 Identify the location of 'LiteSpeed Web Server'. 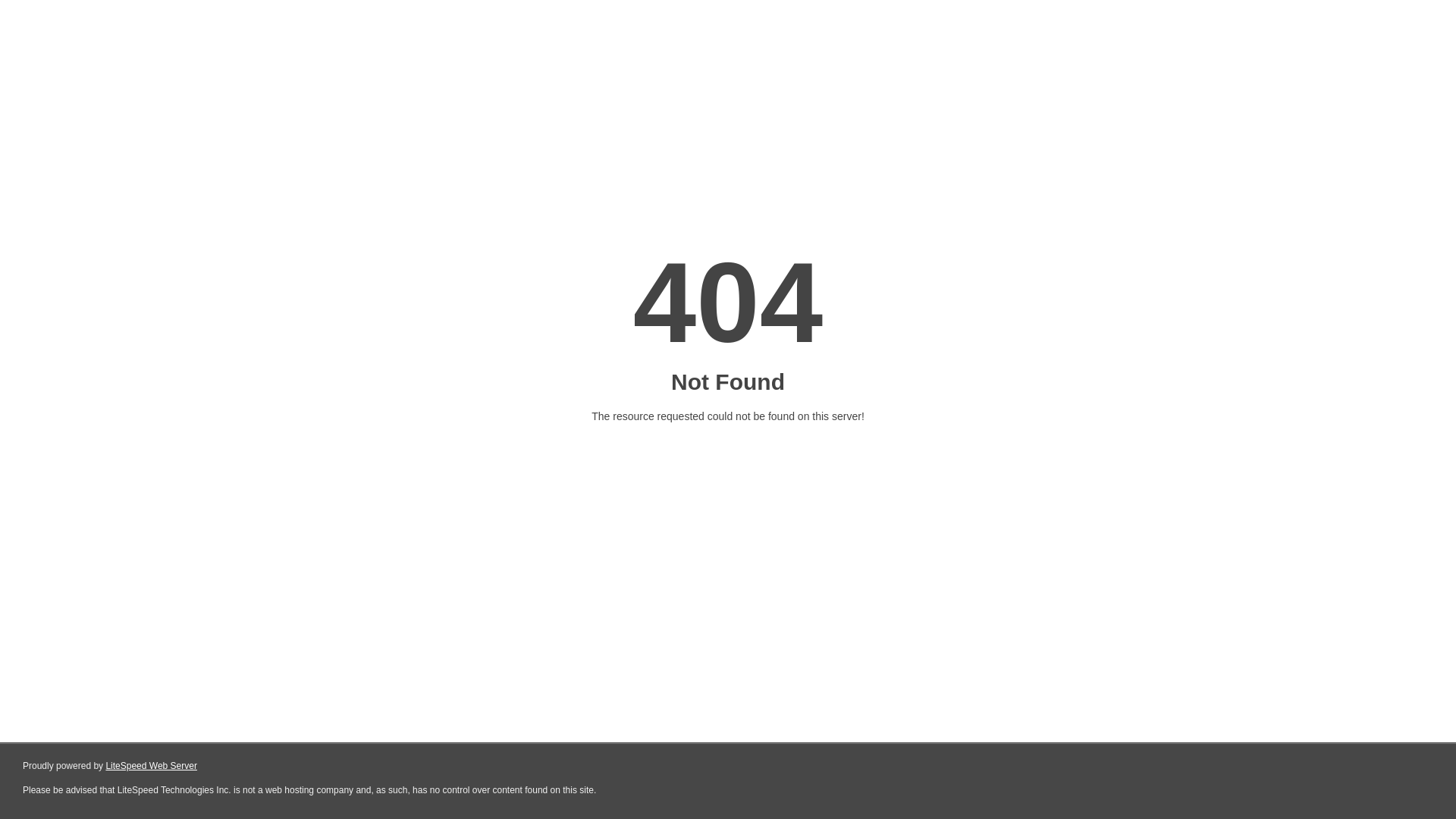
(151, 766).